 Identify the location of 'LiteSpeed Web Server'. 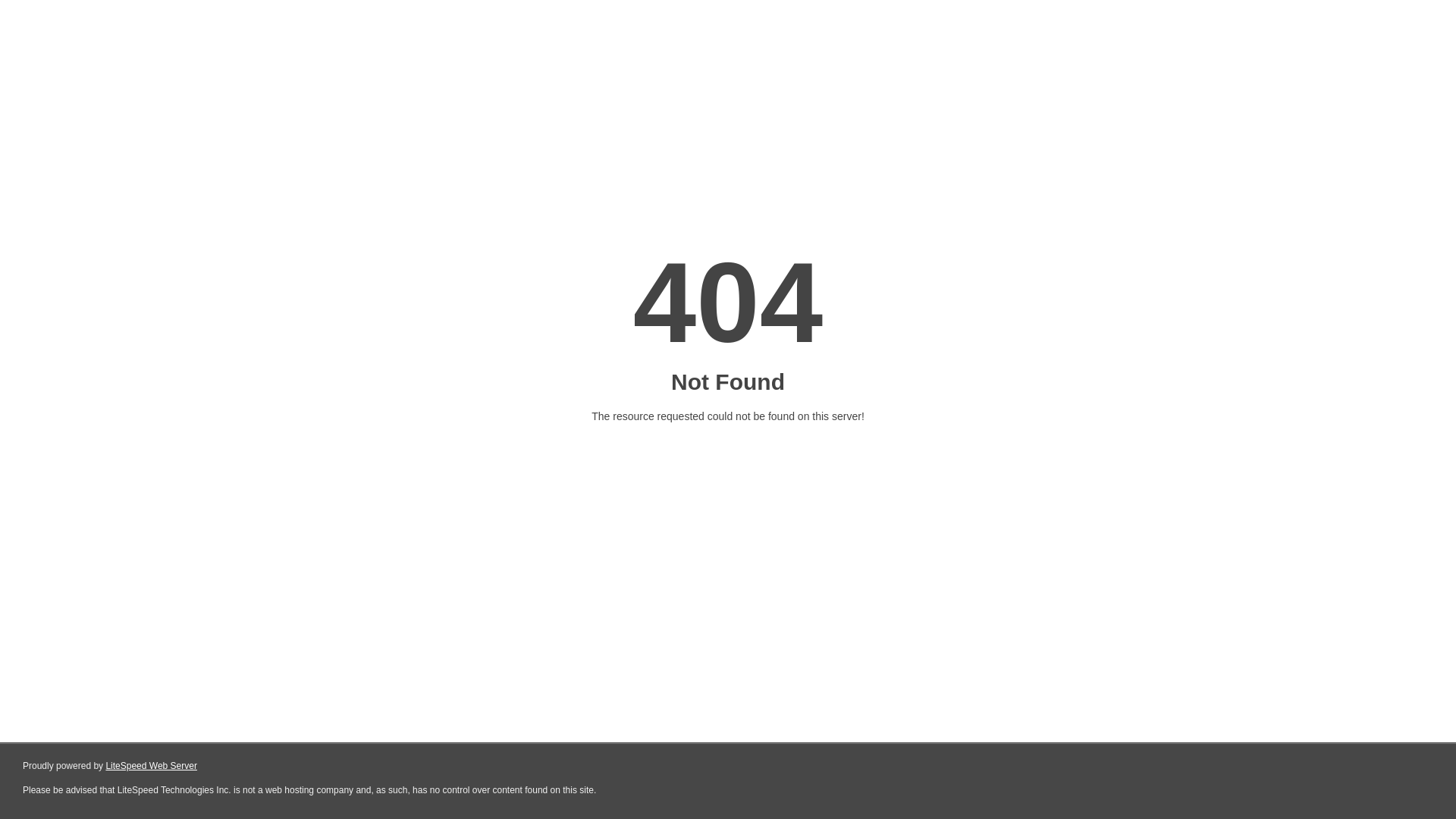
(151, 766).